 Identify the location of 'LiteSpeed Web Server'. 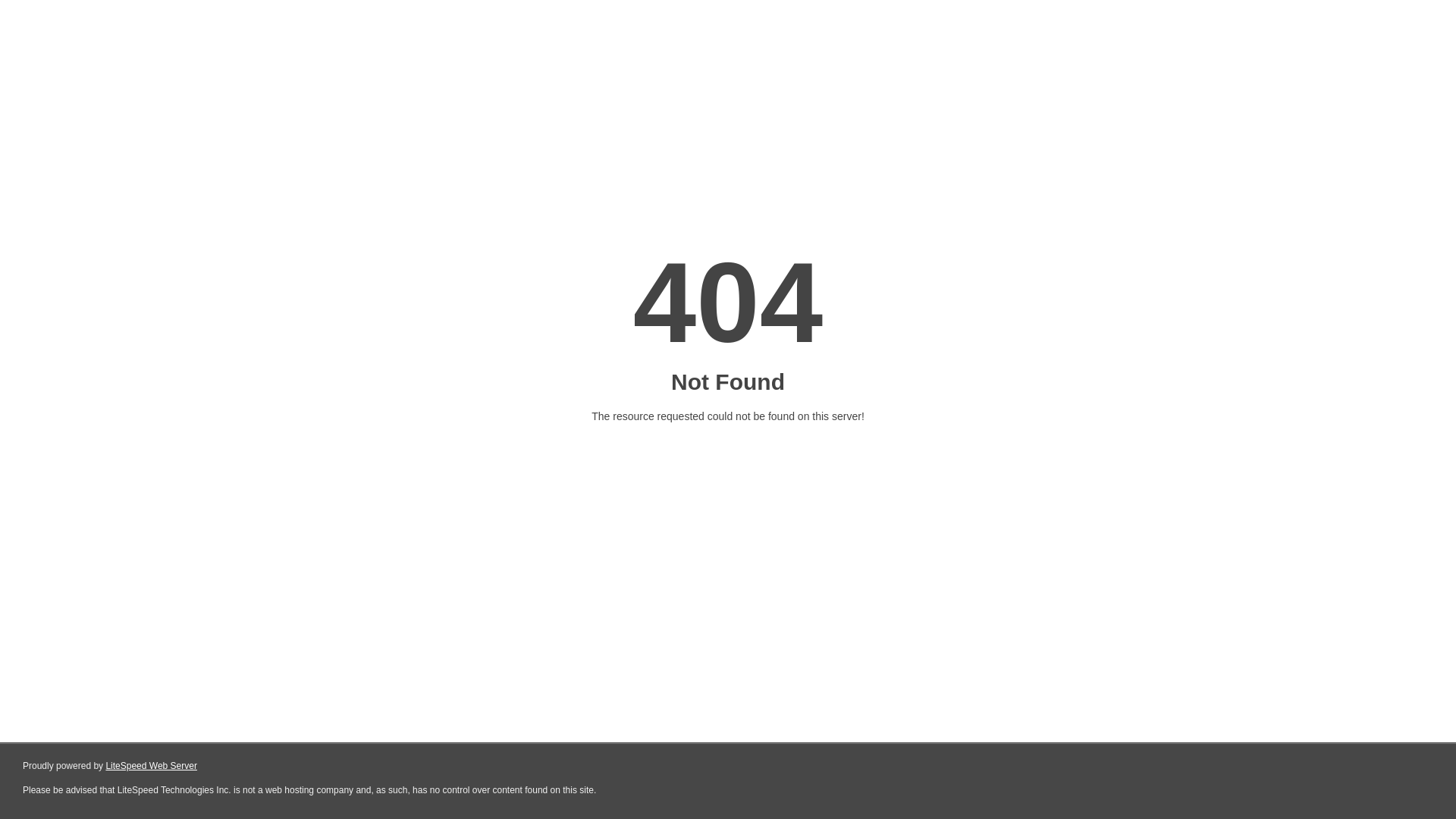
(151, 766).